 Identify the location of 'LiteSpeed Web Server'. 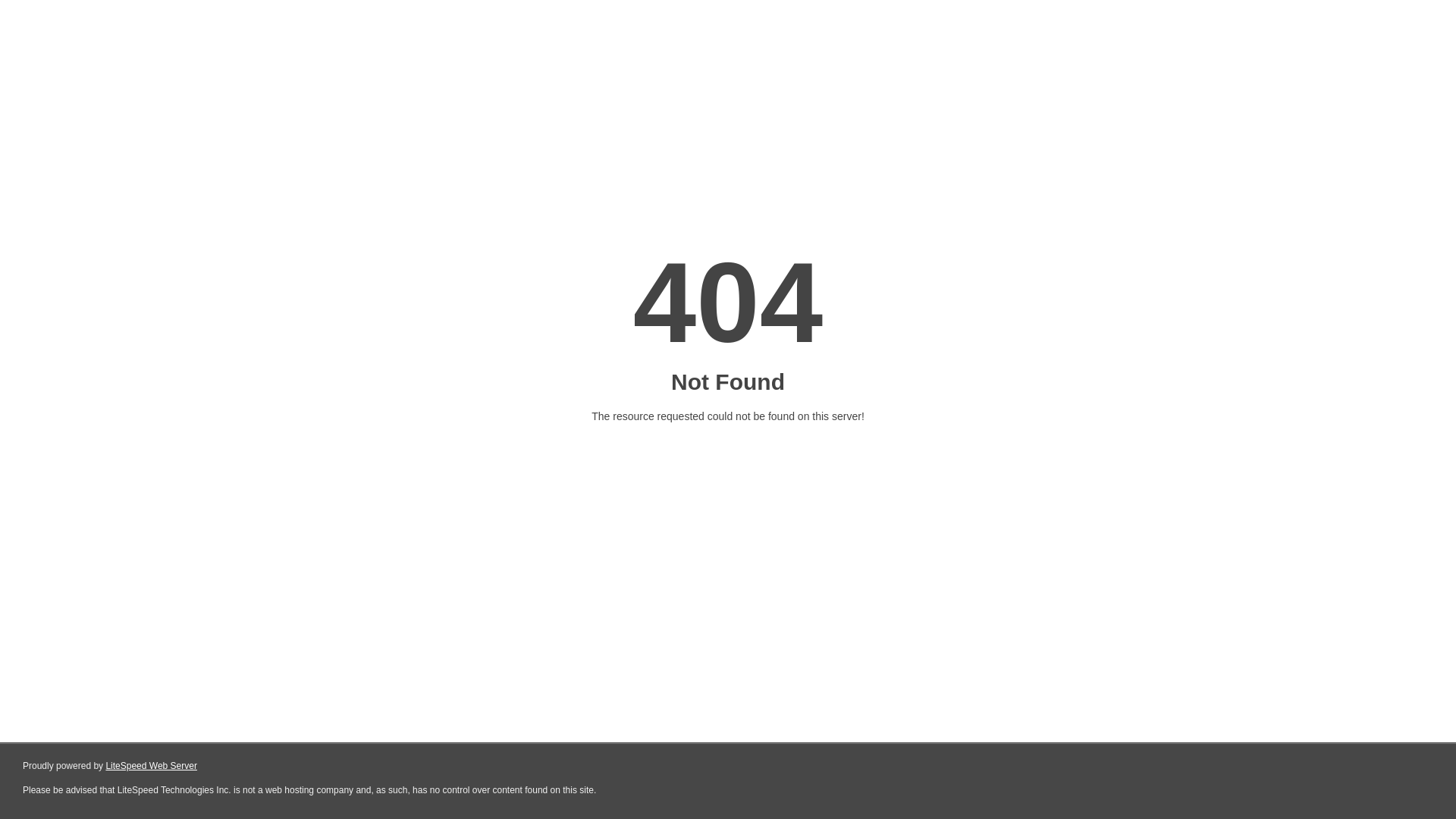
(151, 766).